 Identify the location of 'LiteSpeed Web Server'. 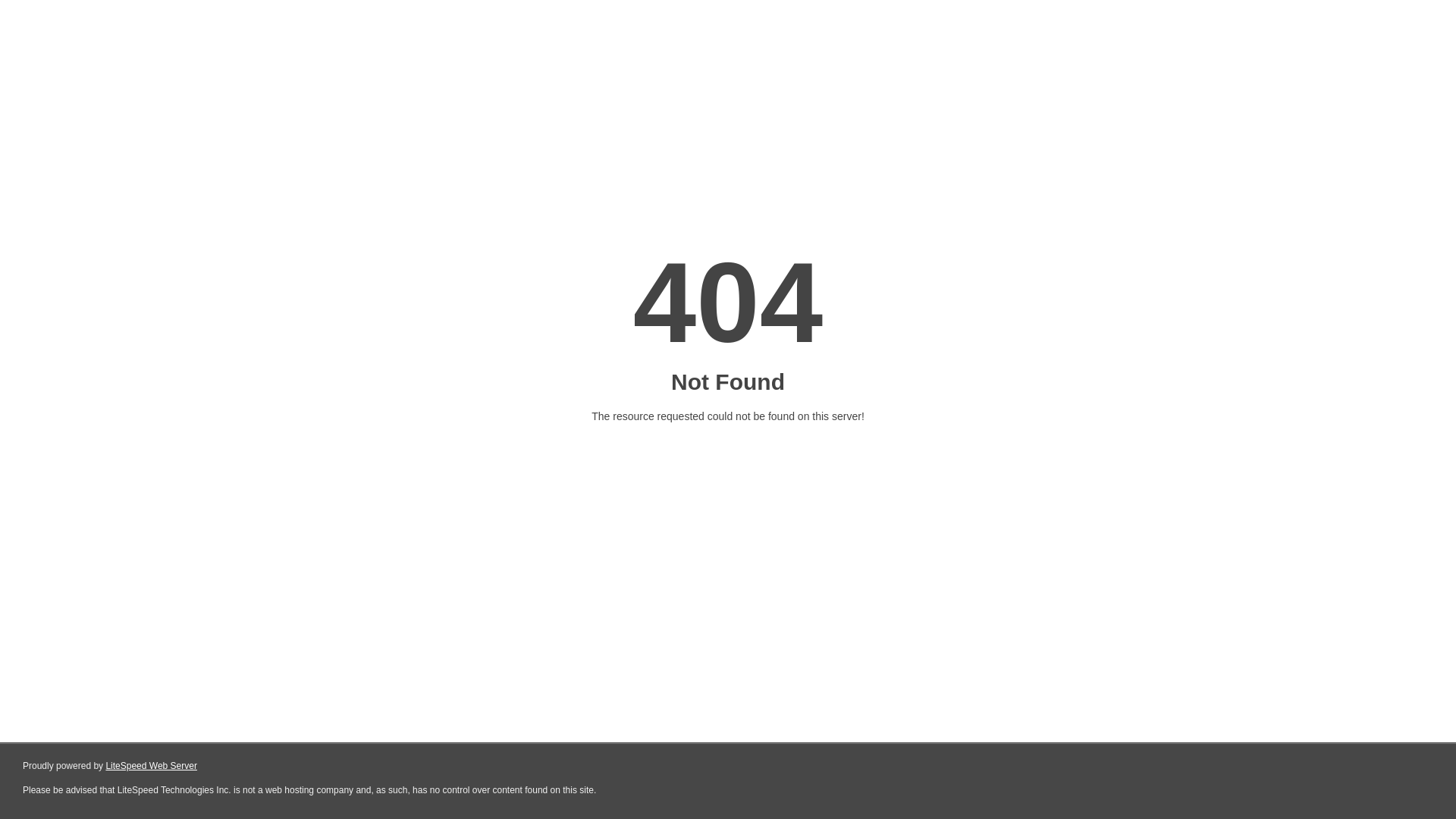
(151, 766).